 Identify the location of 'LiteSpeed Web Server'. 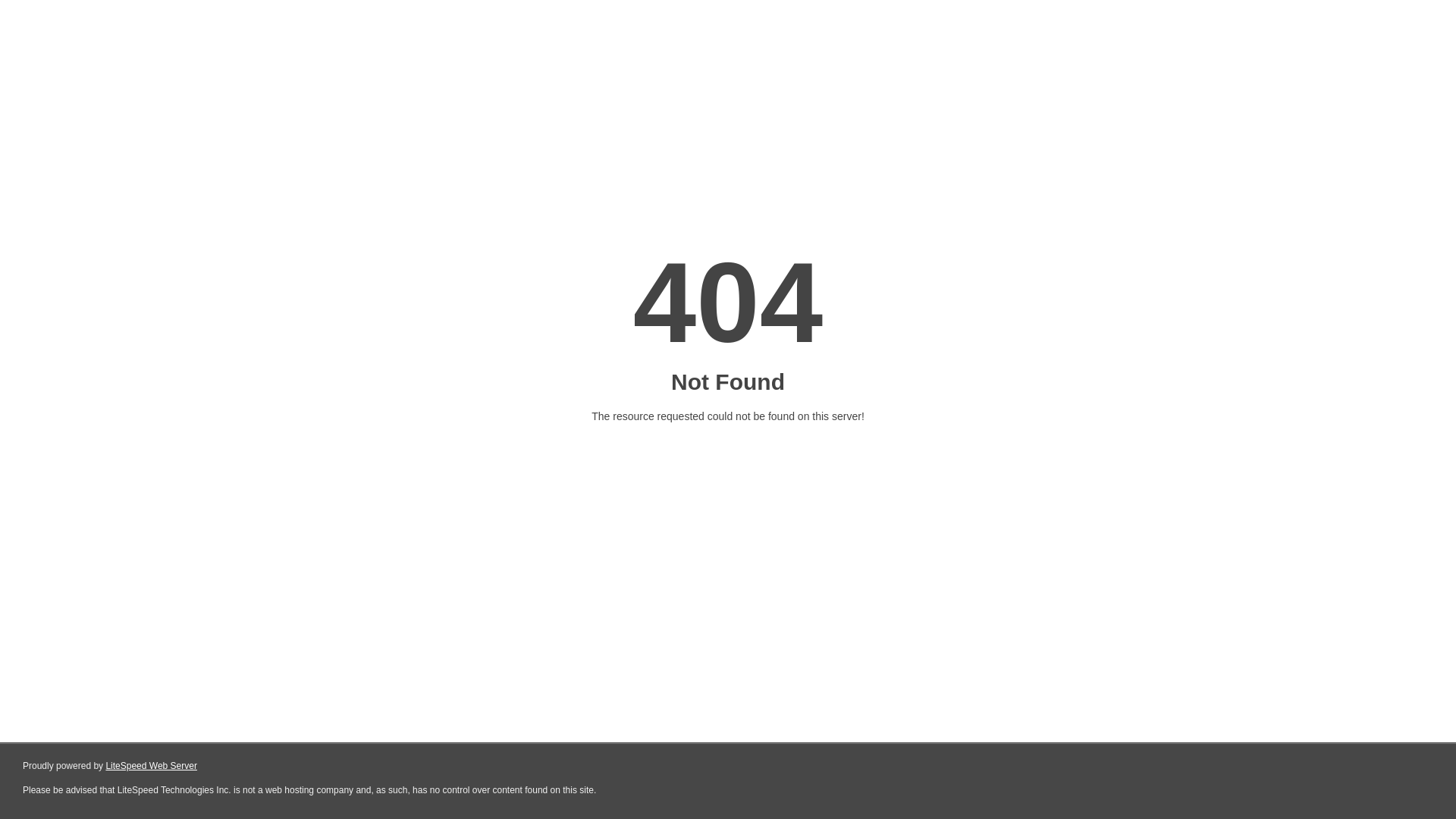
(151, 766).